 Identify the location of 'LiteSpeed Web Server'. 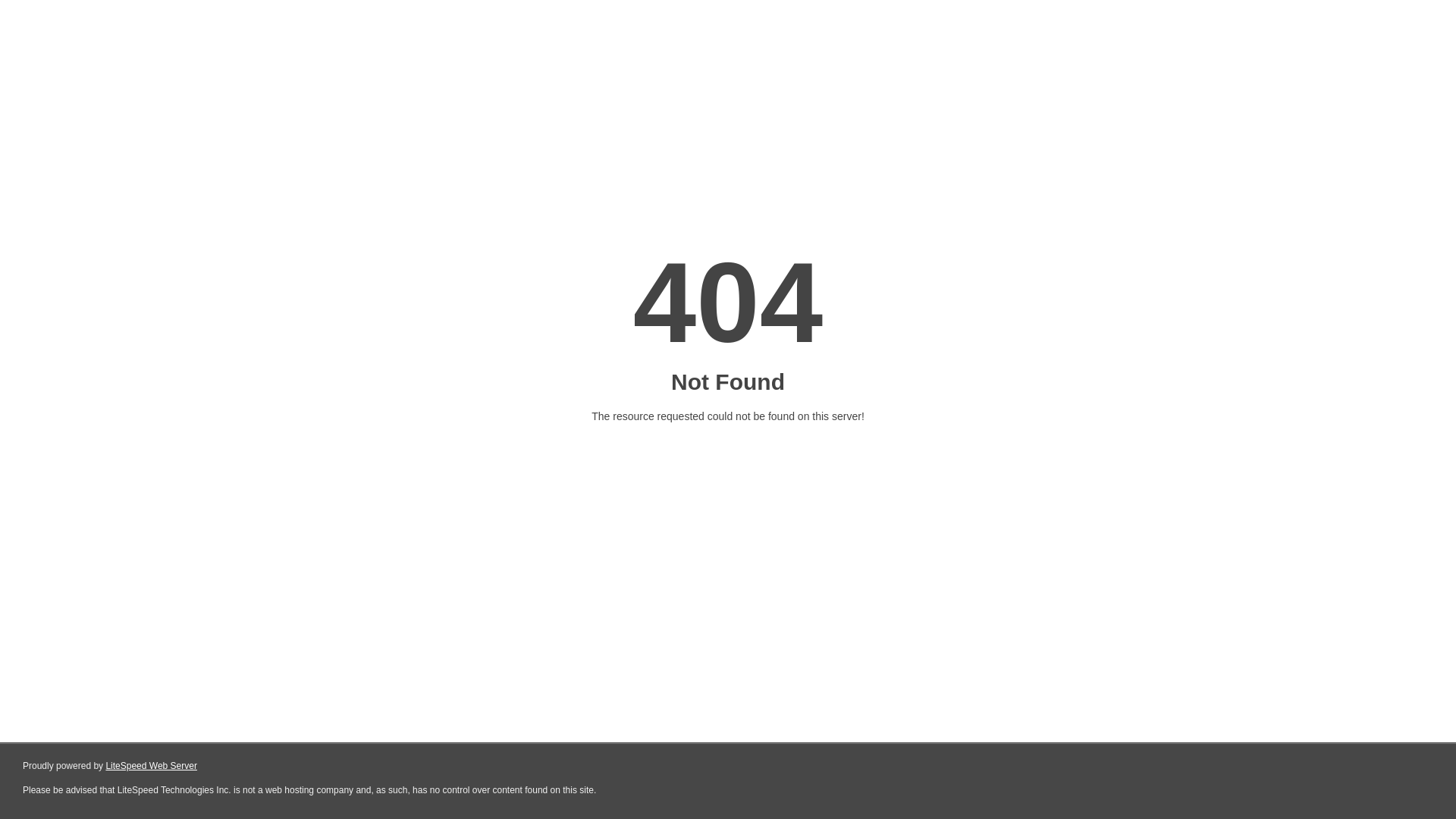
(151, 766).